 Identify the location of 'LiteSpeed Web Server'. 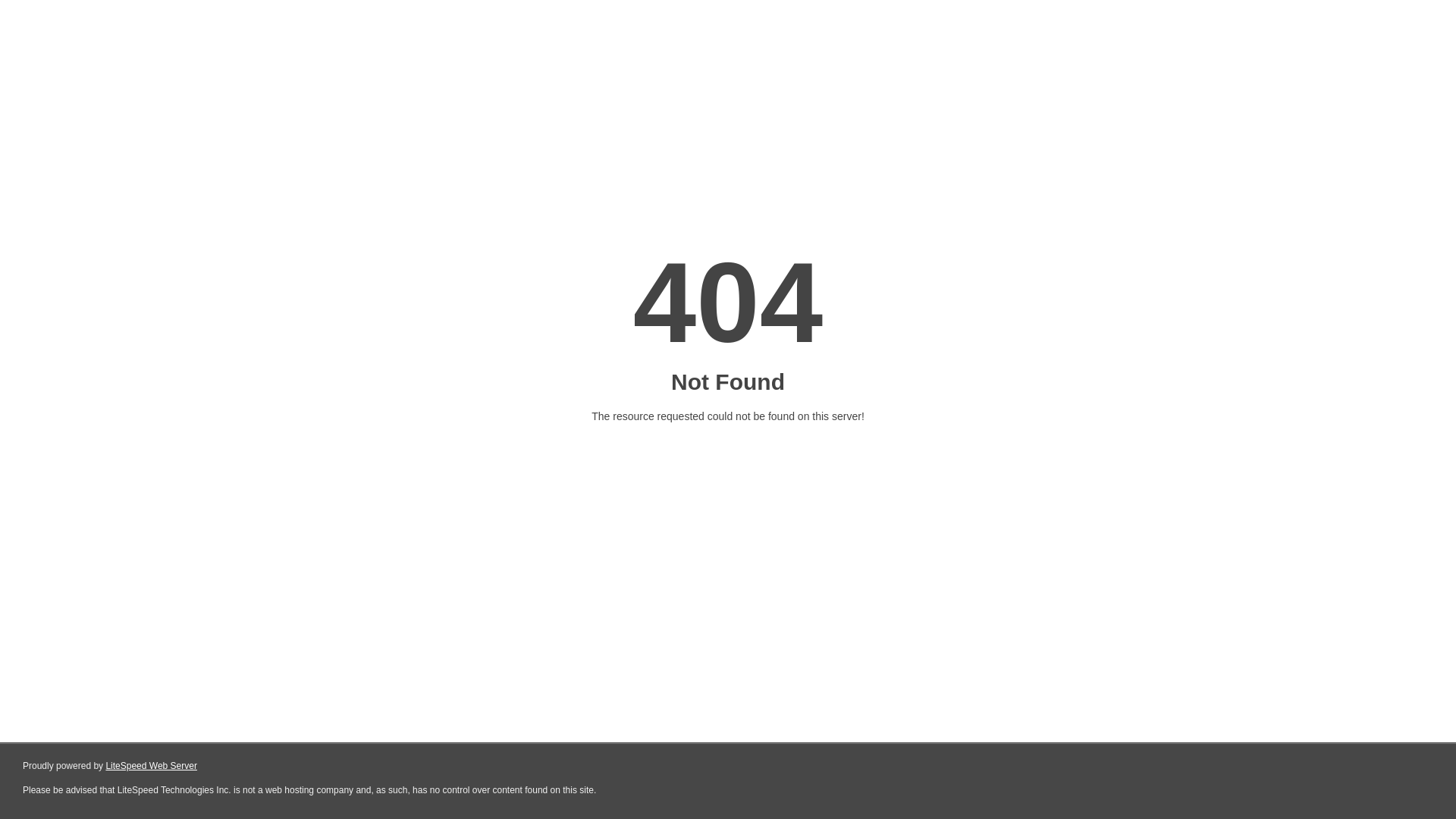
(151, 766).